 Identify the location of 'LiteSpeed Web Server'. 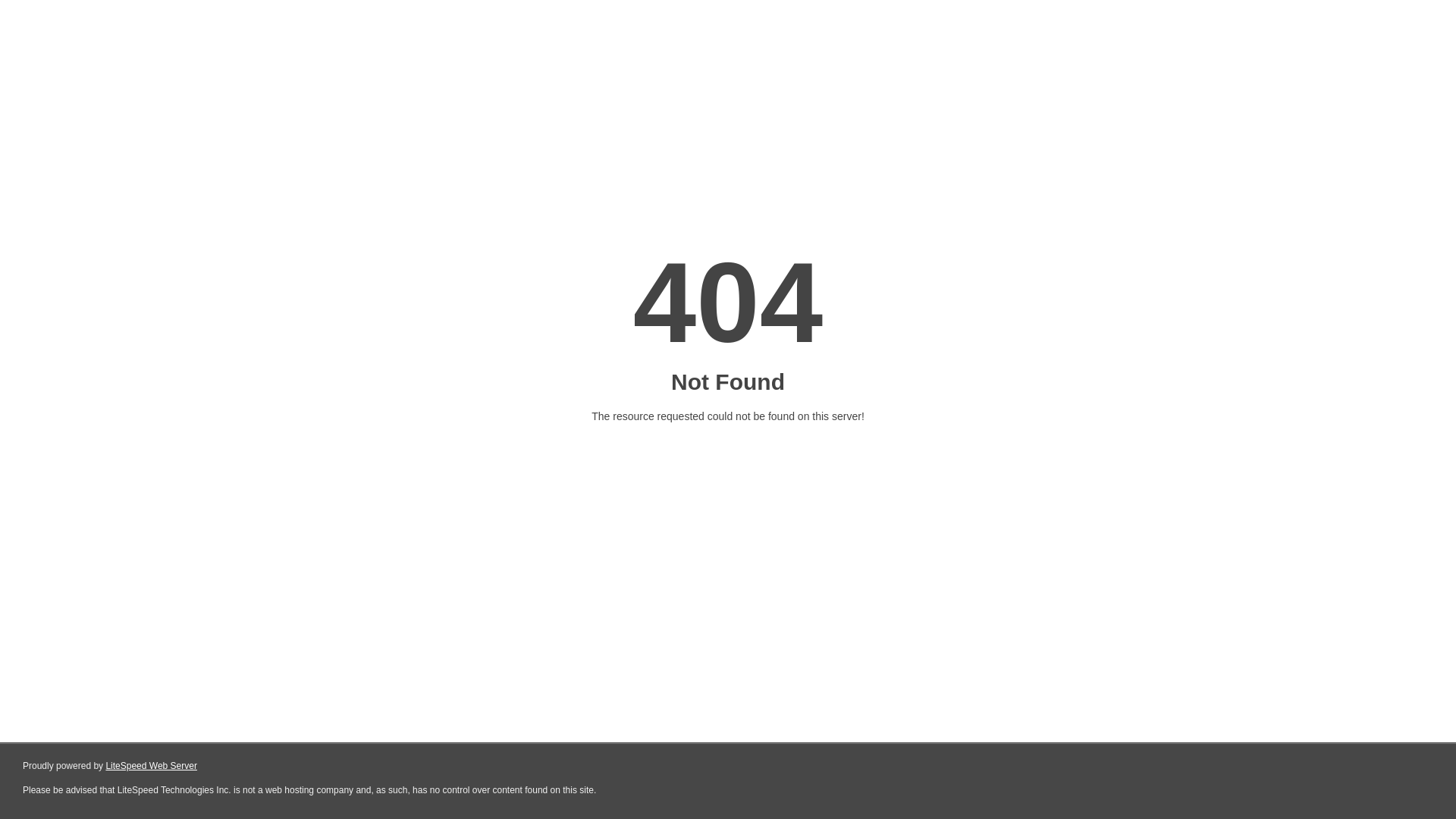
(151, 766).